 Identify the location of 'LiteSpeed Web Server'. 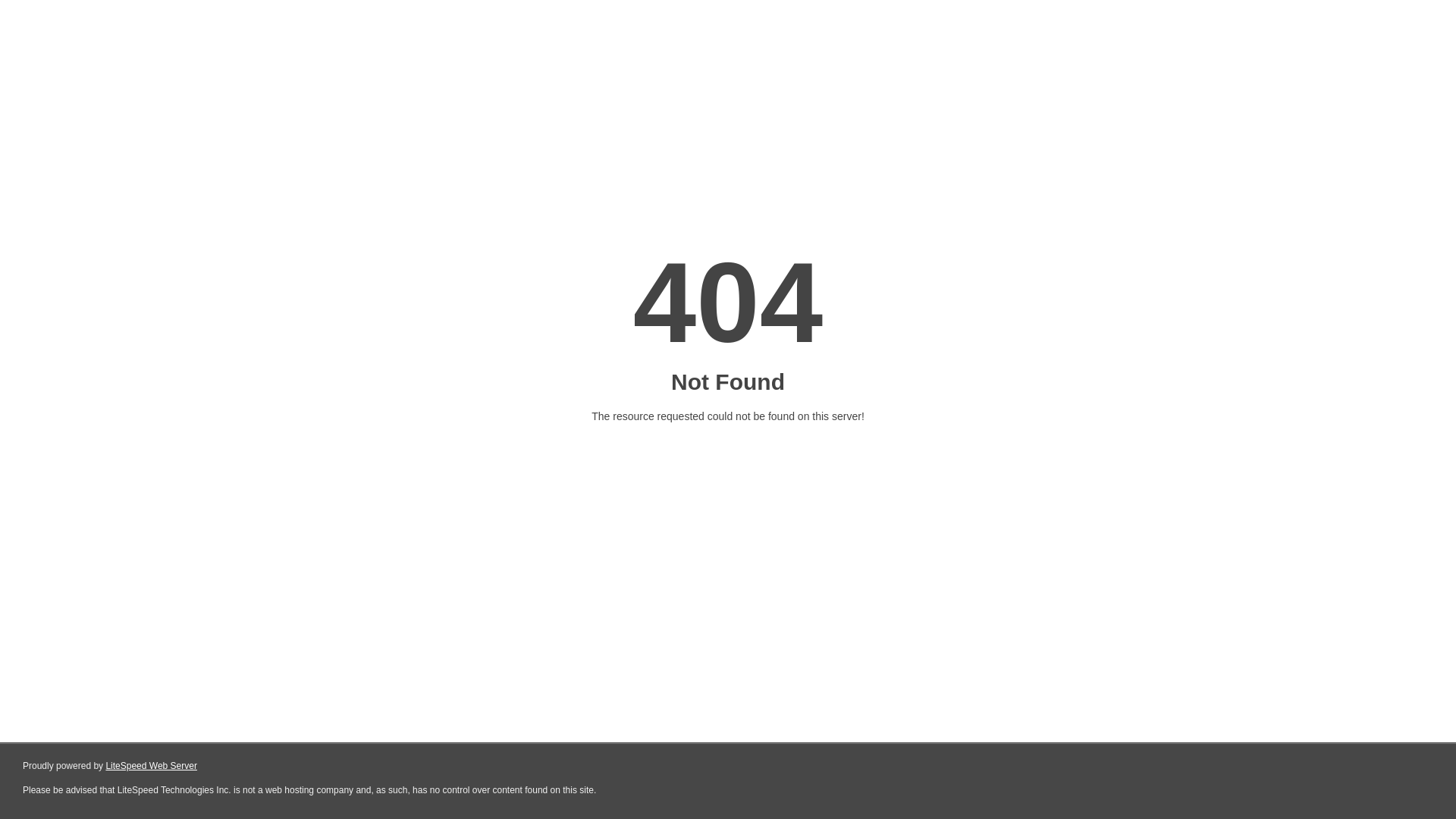
(151, 766).